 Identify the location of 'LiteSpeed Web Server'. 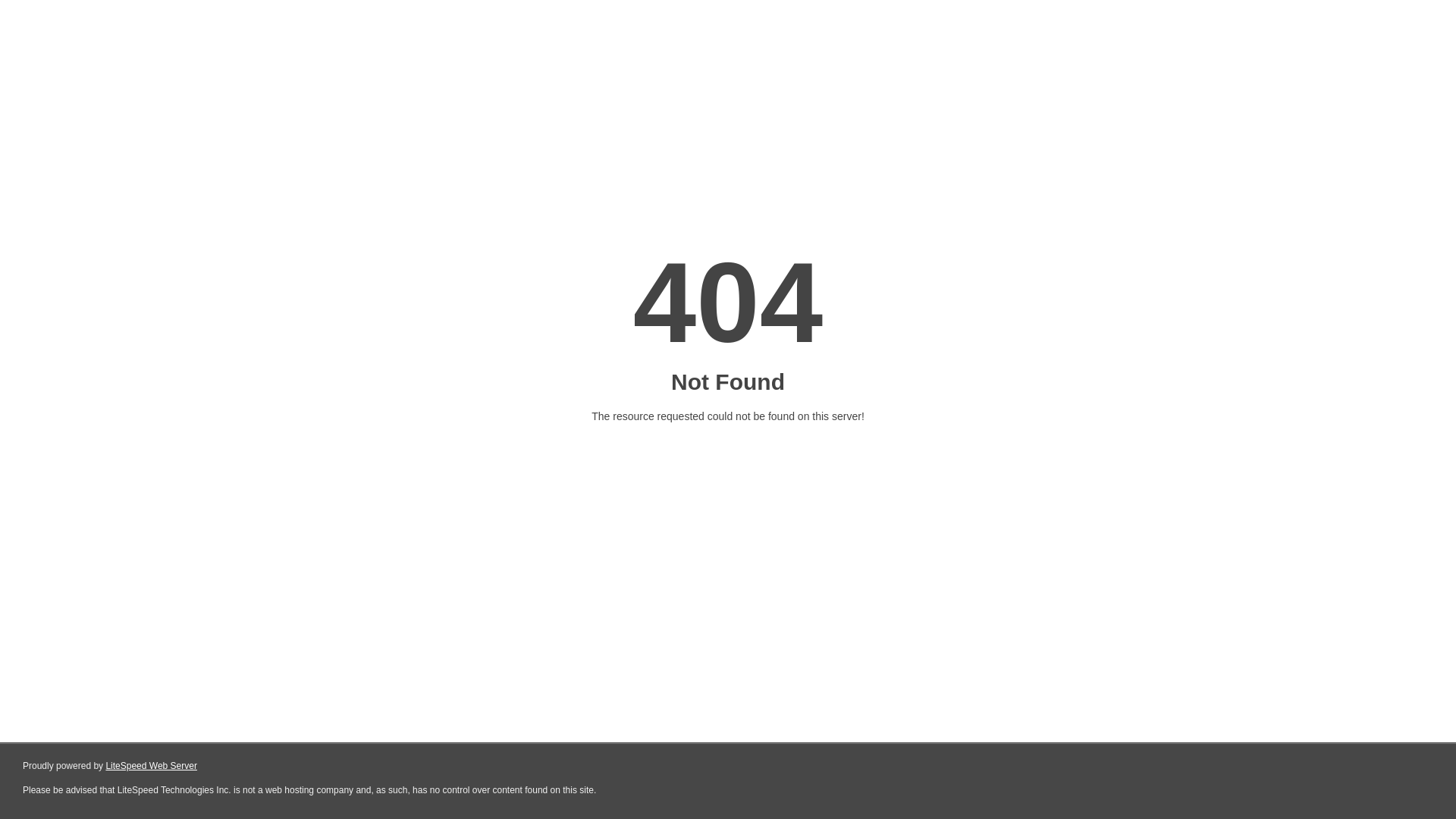
(151, 766).